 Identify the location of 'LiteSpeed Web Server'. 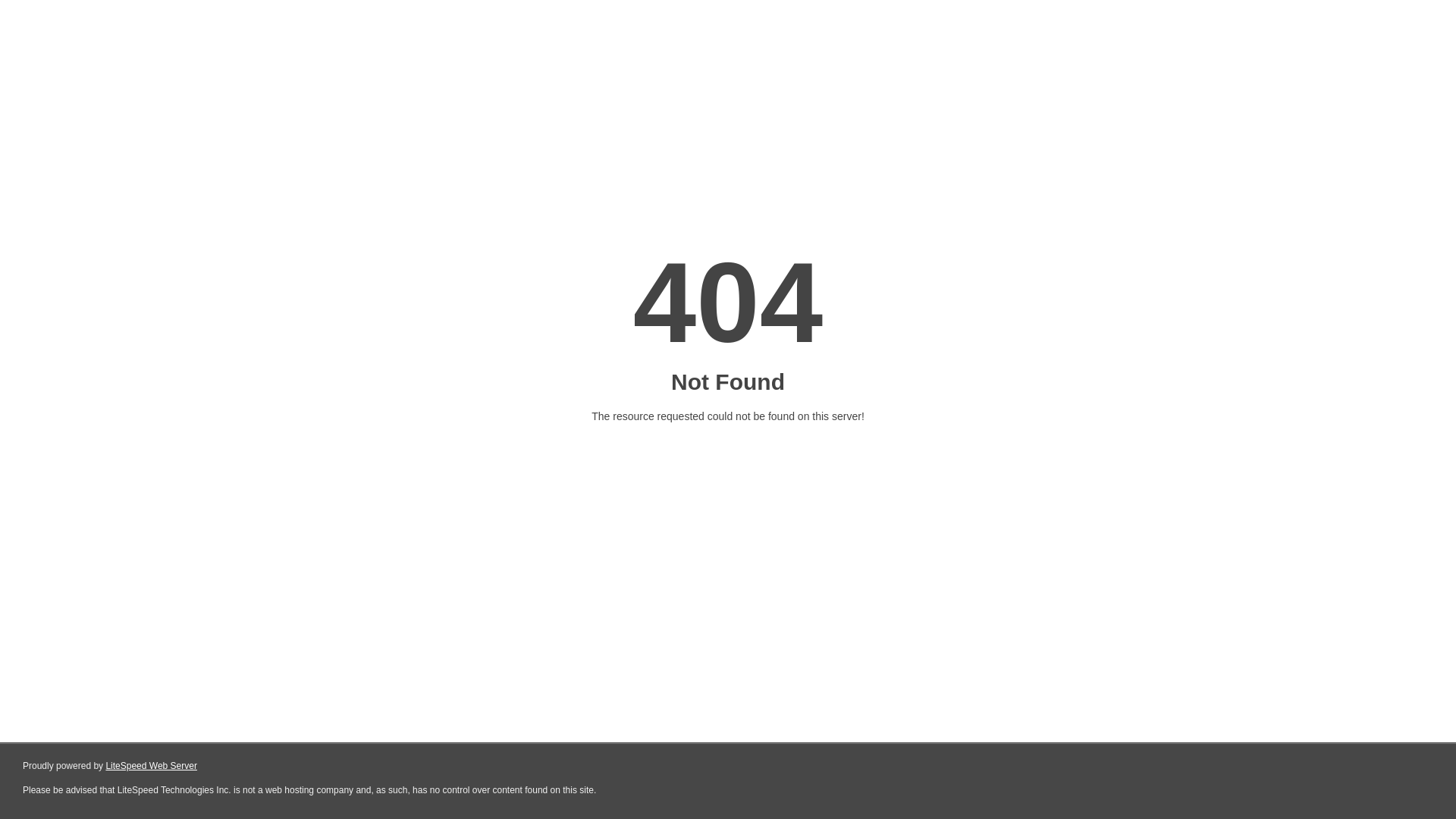
(151, 766).